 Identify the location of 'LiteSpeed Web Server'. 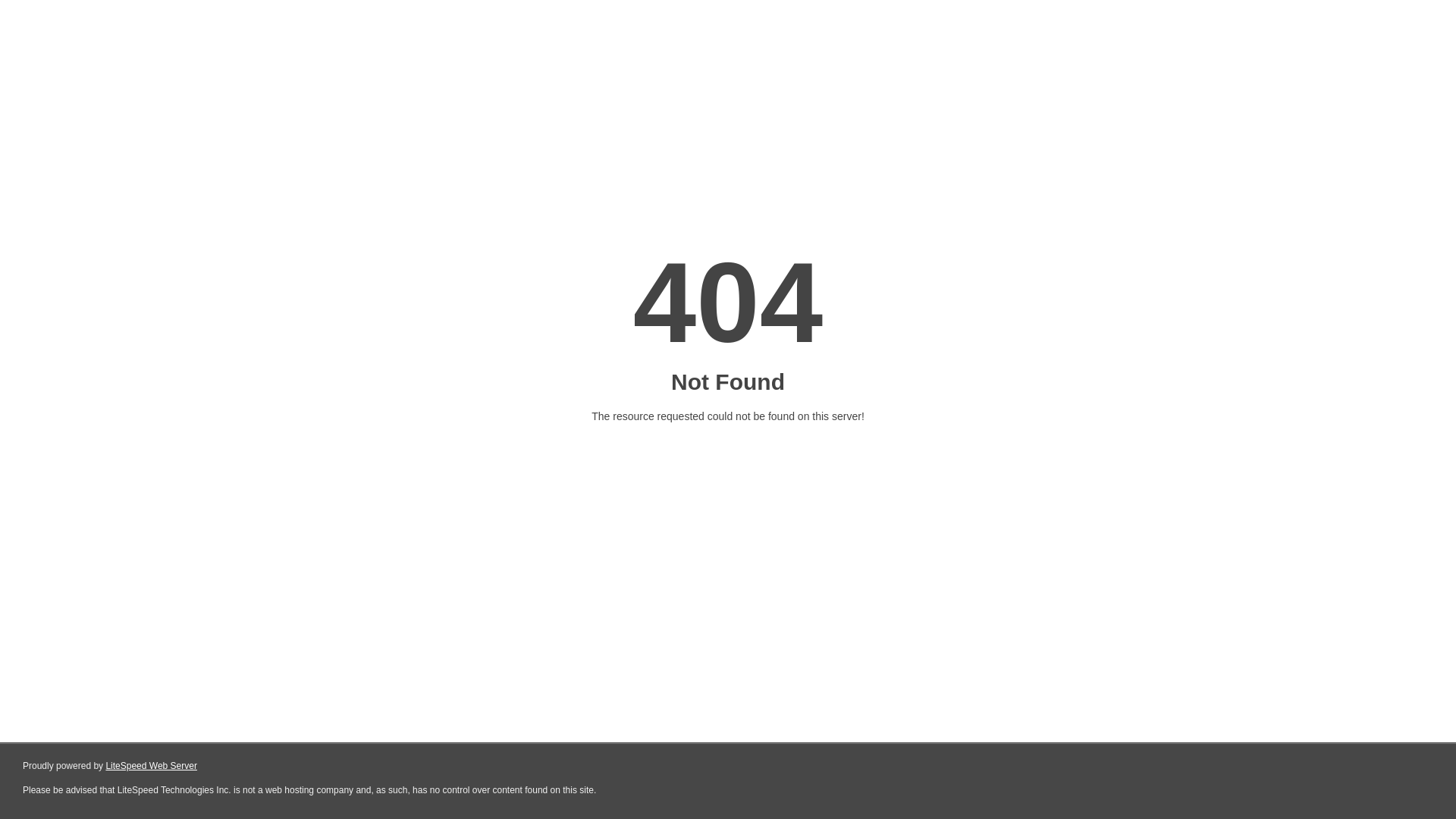
(151, 766).